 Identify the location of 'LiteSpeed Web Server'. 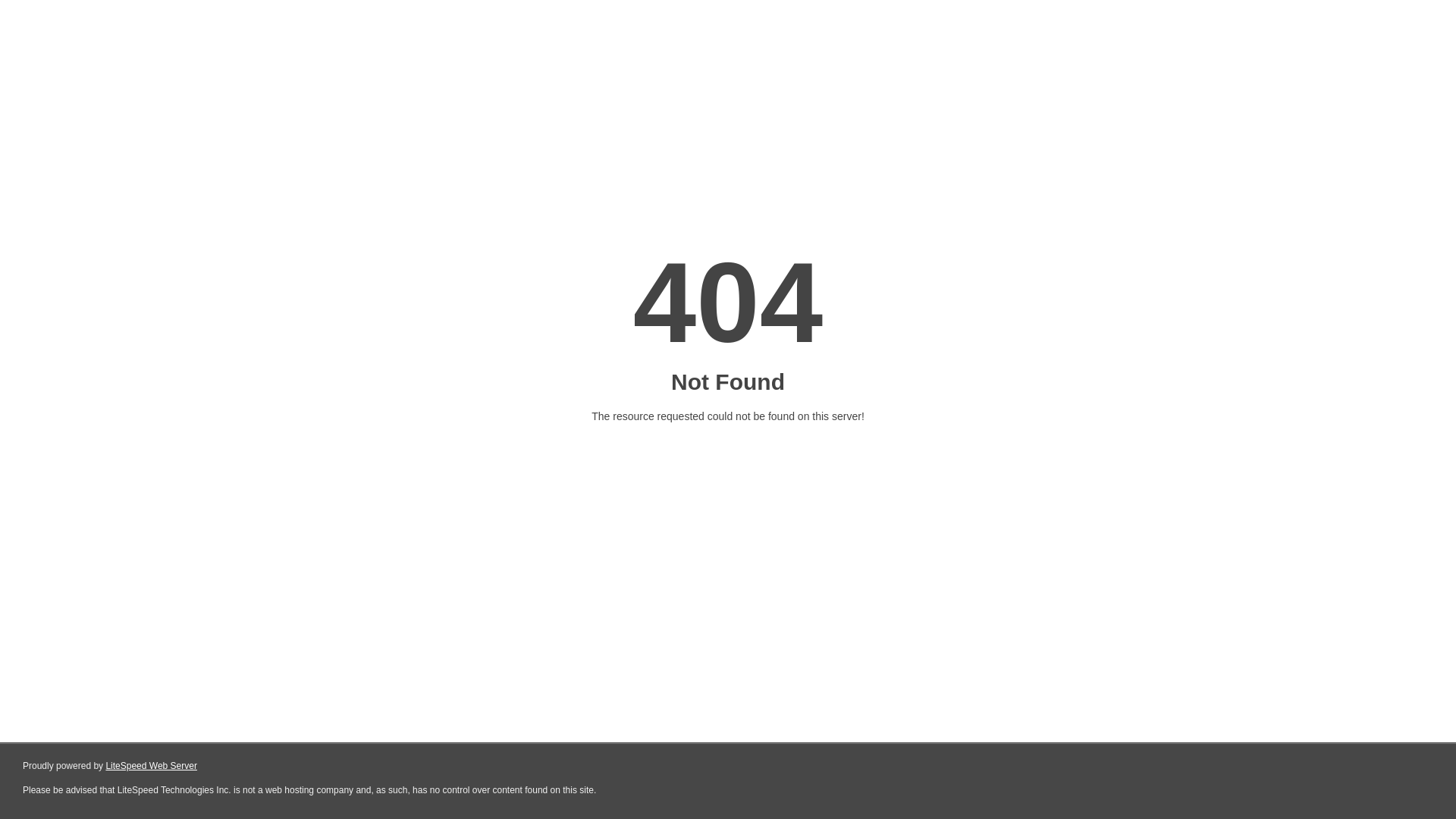
(151, 766).